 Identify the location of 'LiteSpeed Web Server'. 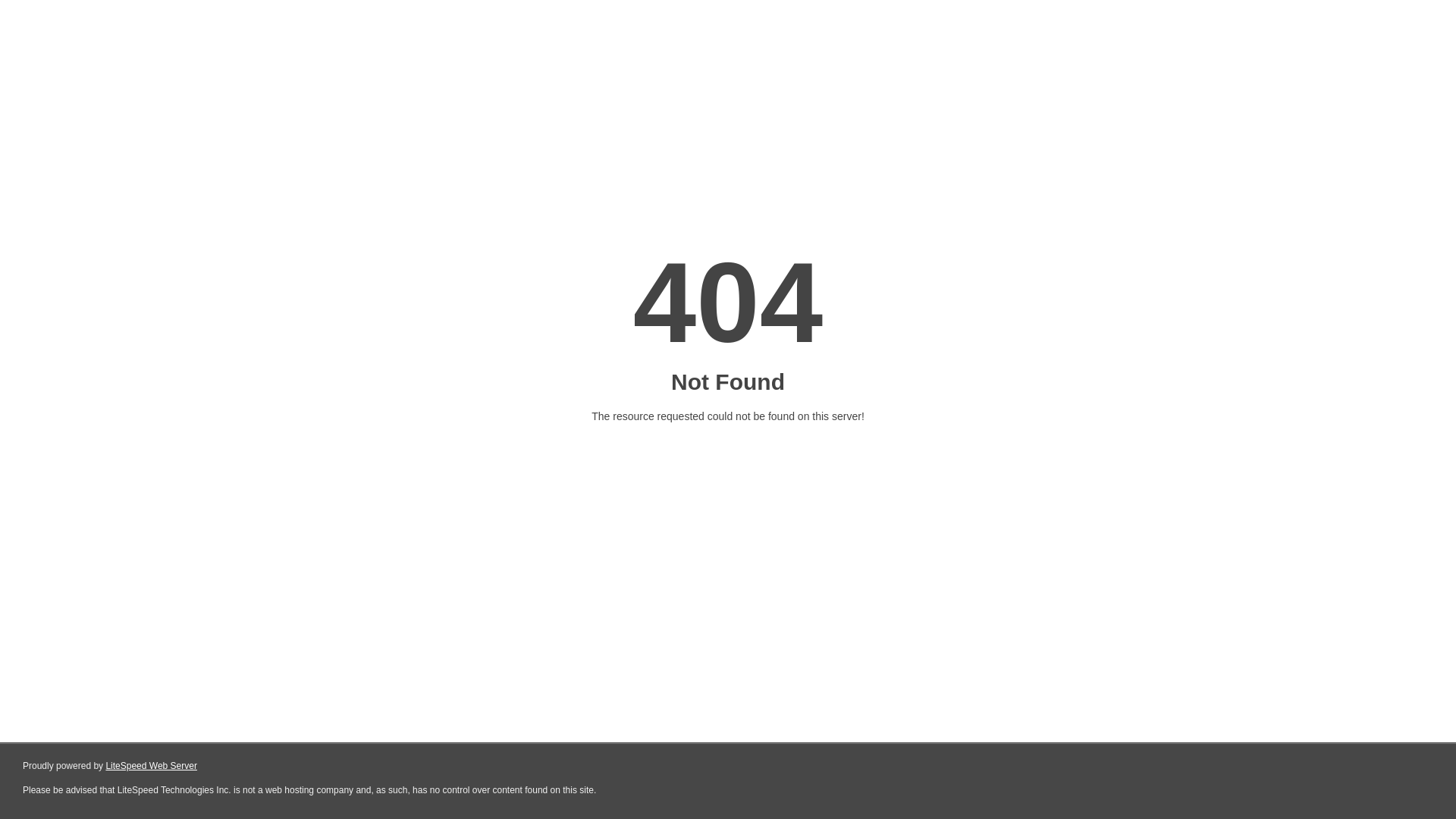
(151, 766).